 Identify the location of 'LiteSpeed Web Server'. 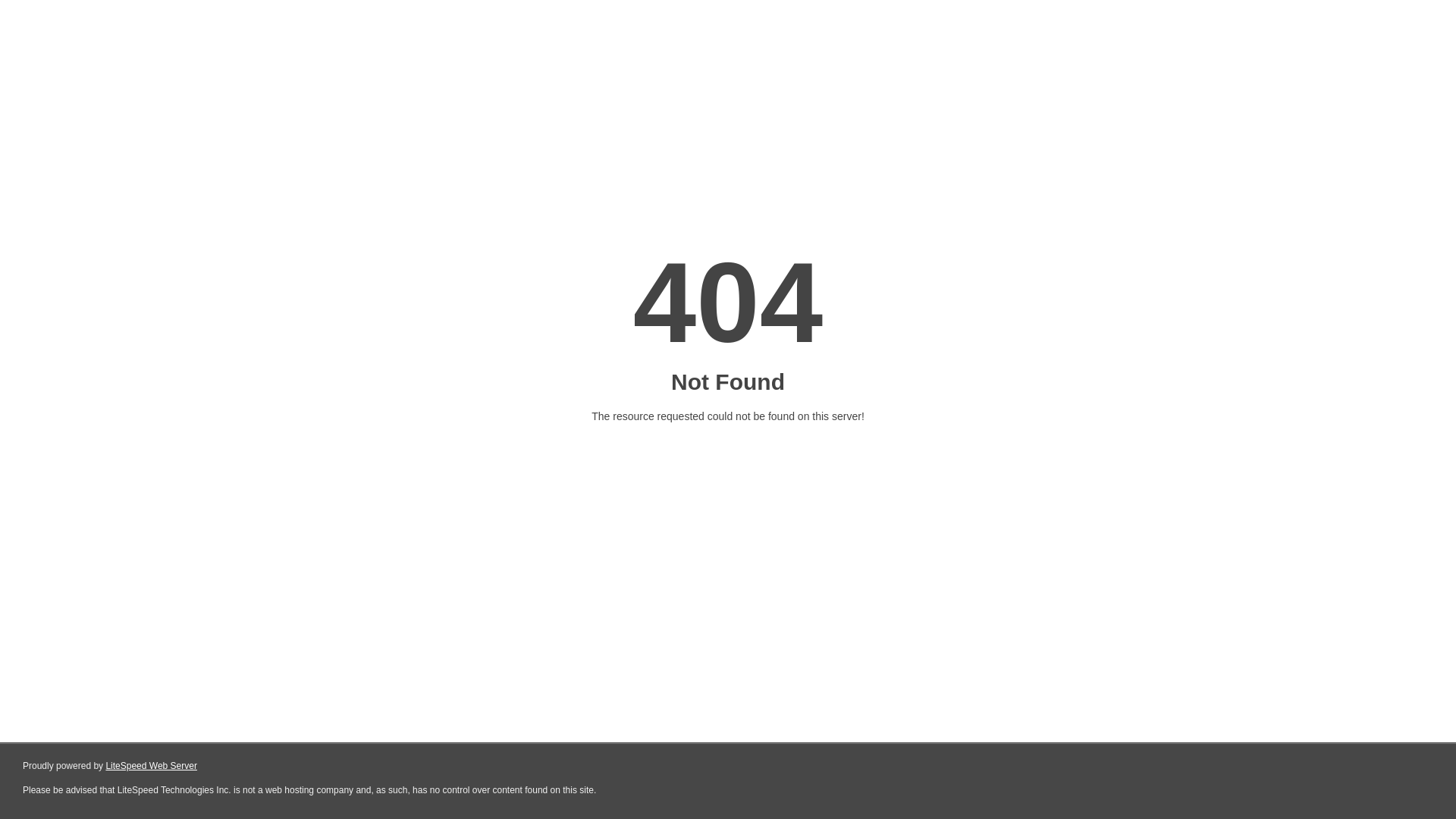
(151, 766).